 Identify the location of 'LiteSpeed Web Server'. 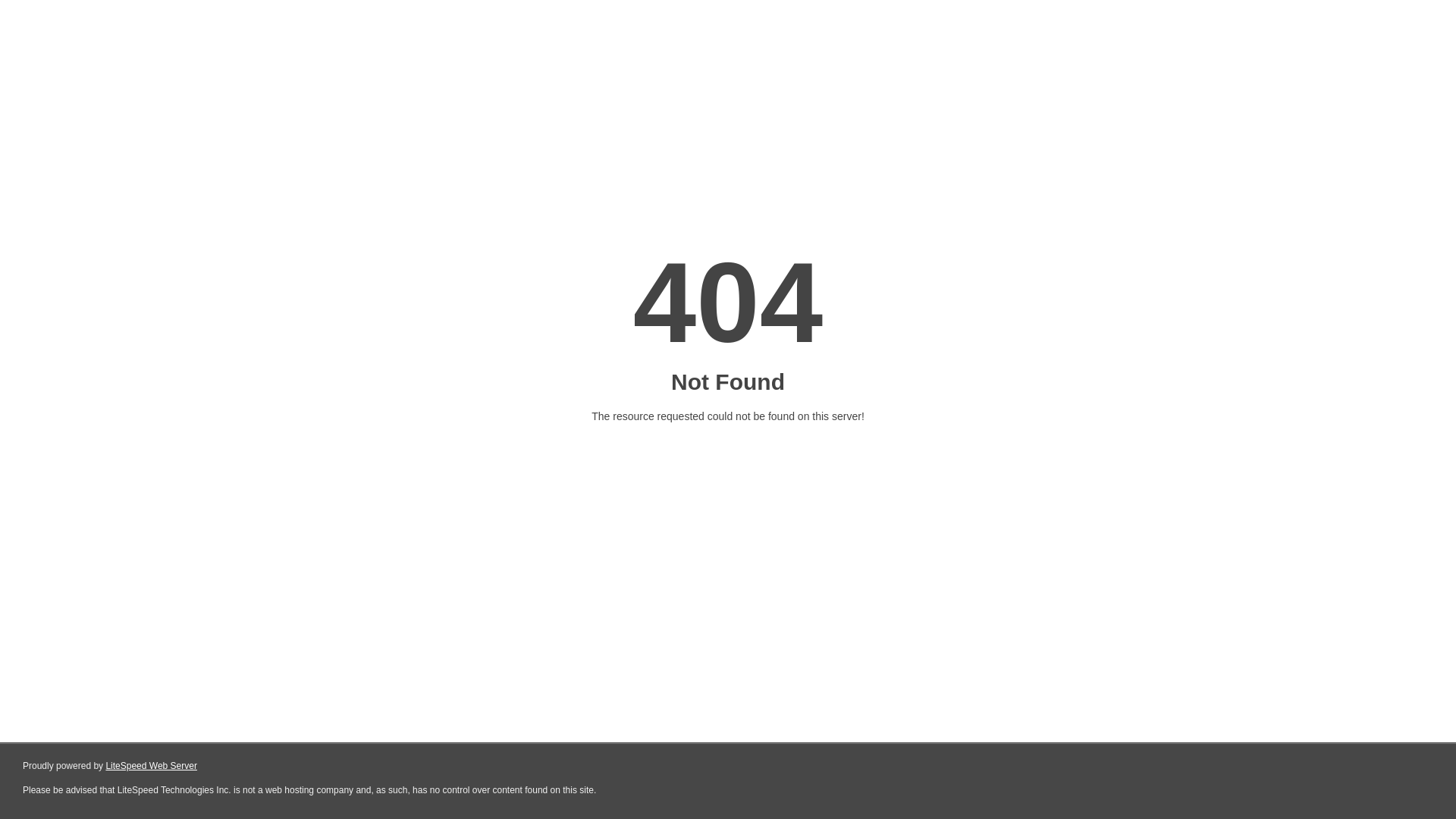
(151, 766).